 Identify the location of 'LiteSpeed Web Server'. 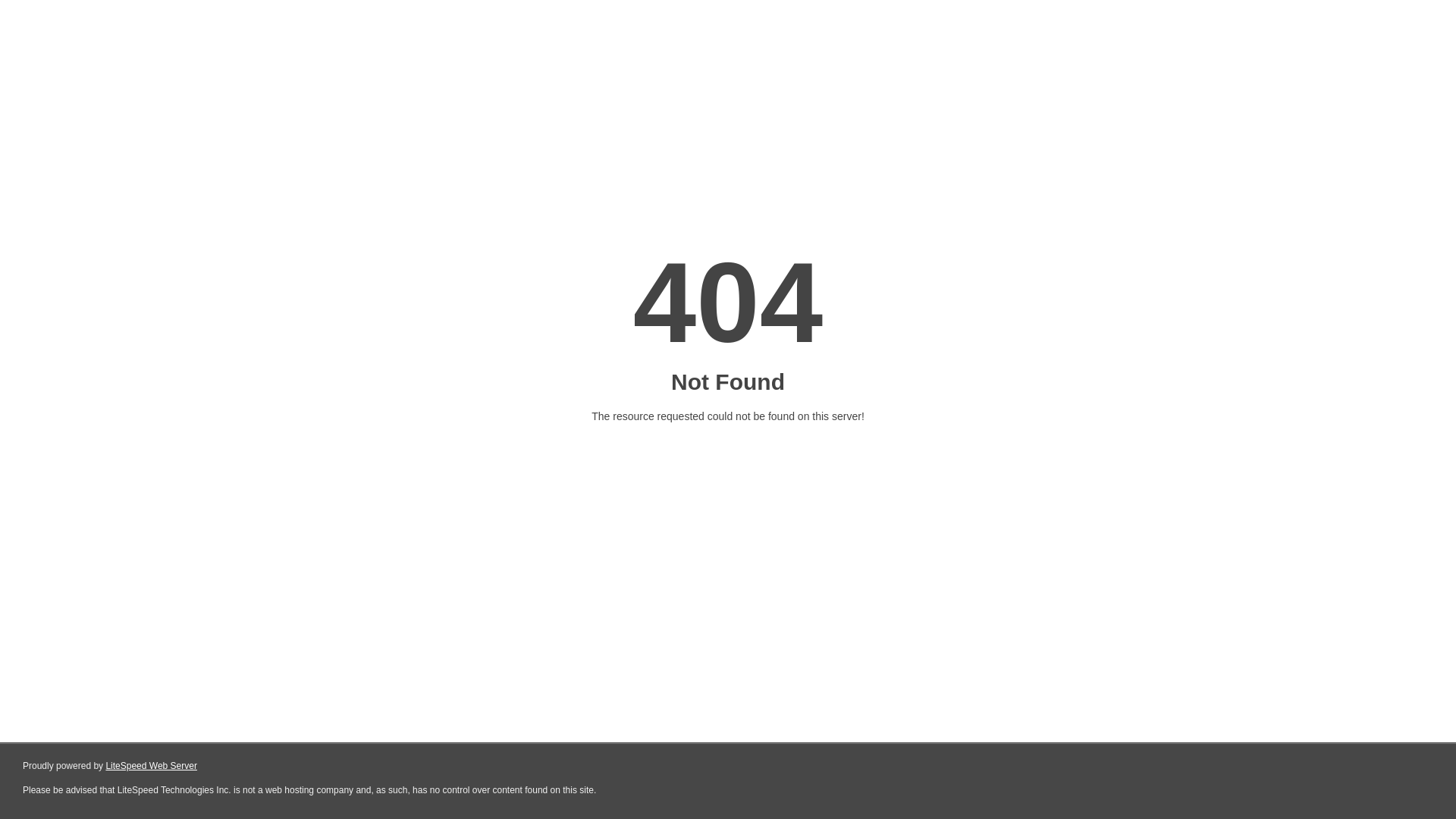
(151, 766).